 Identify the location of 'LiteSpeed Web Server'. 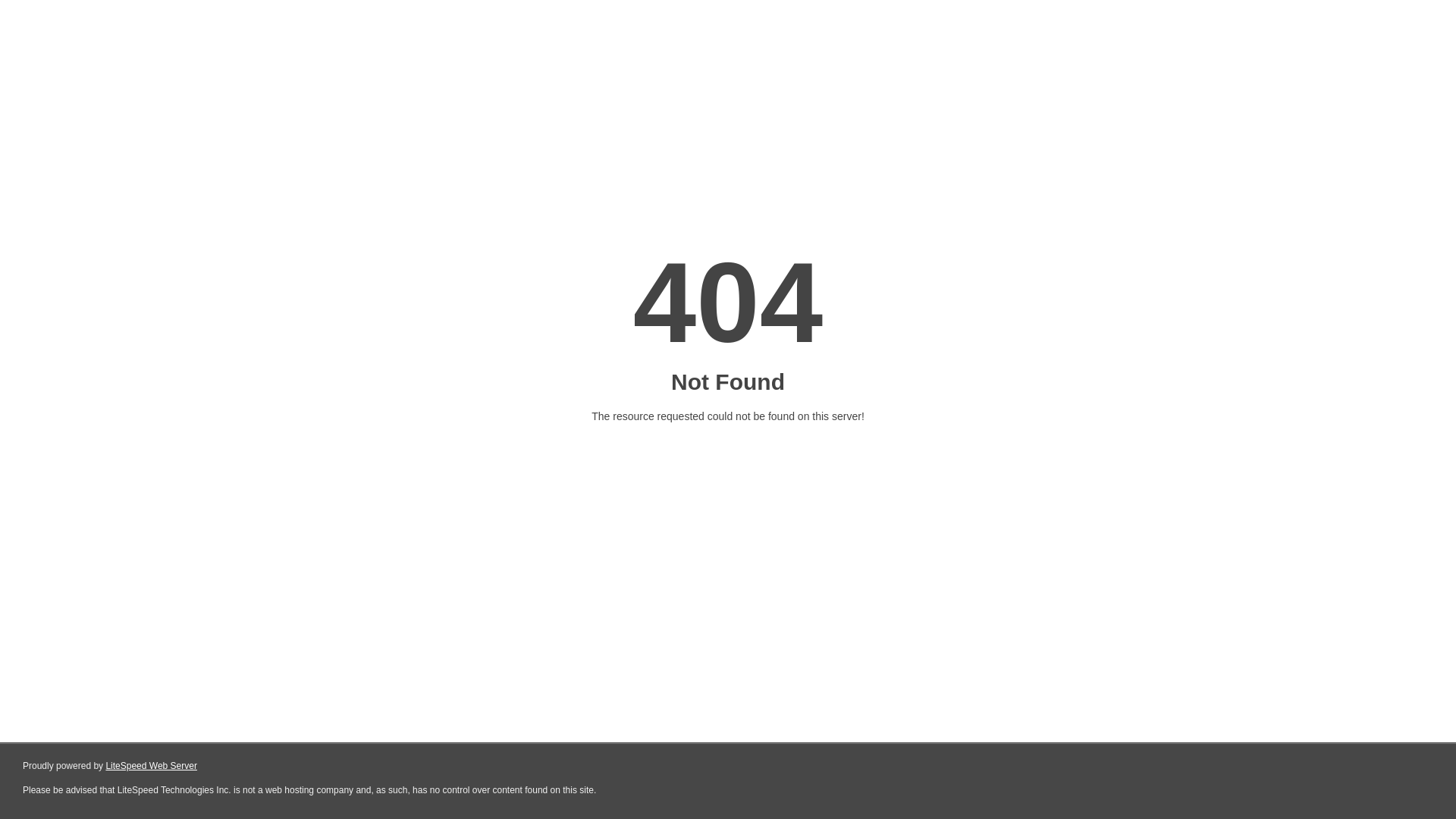
(151, 766).